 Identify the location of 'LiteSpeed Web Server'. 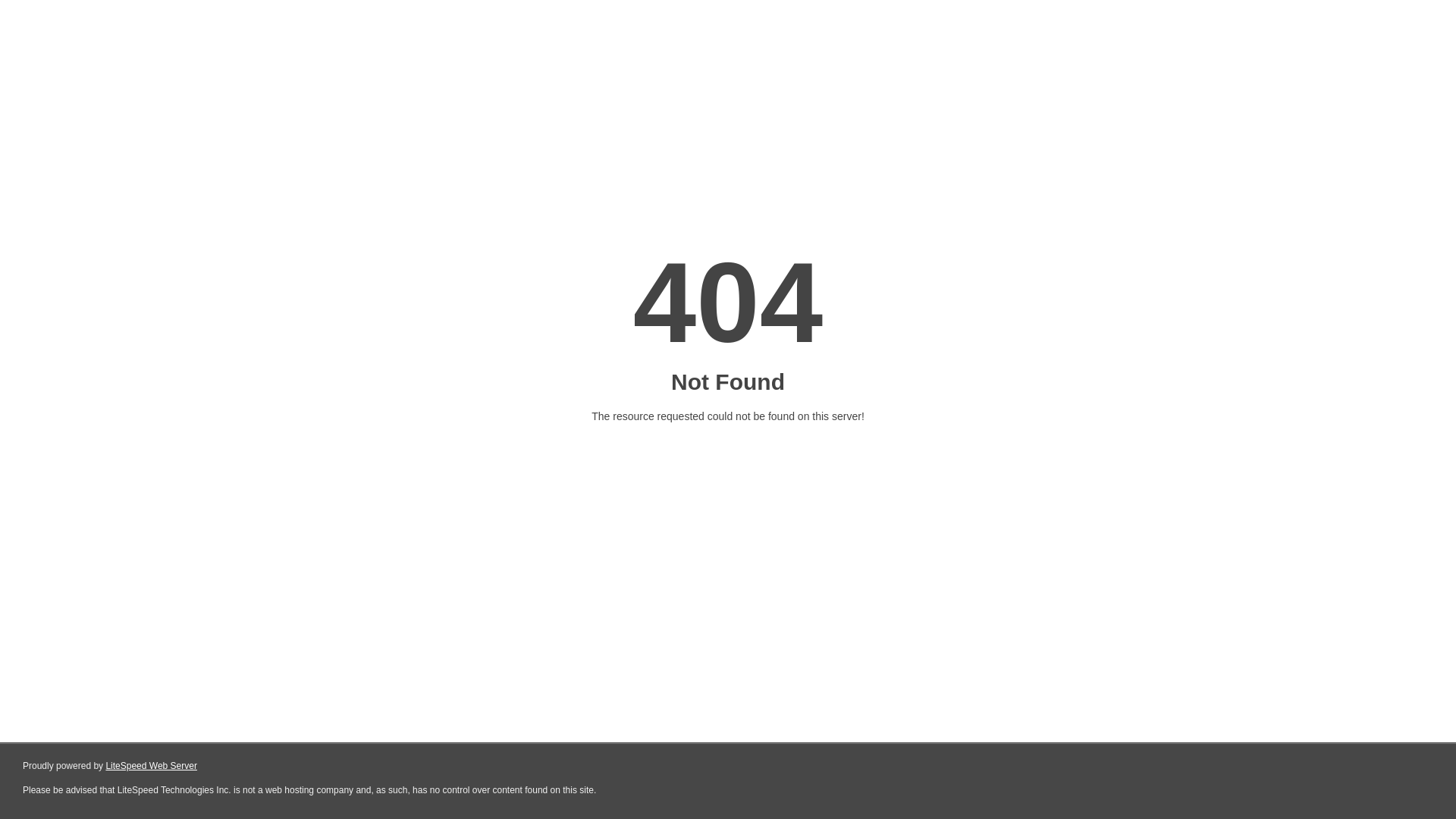
(151, 766).